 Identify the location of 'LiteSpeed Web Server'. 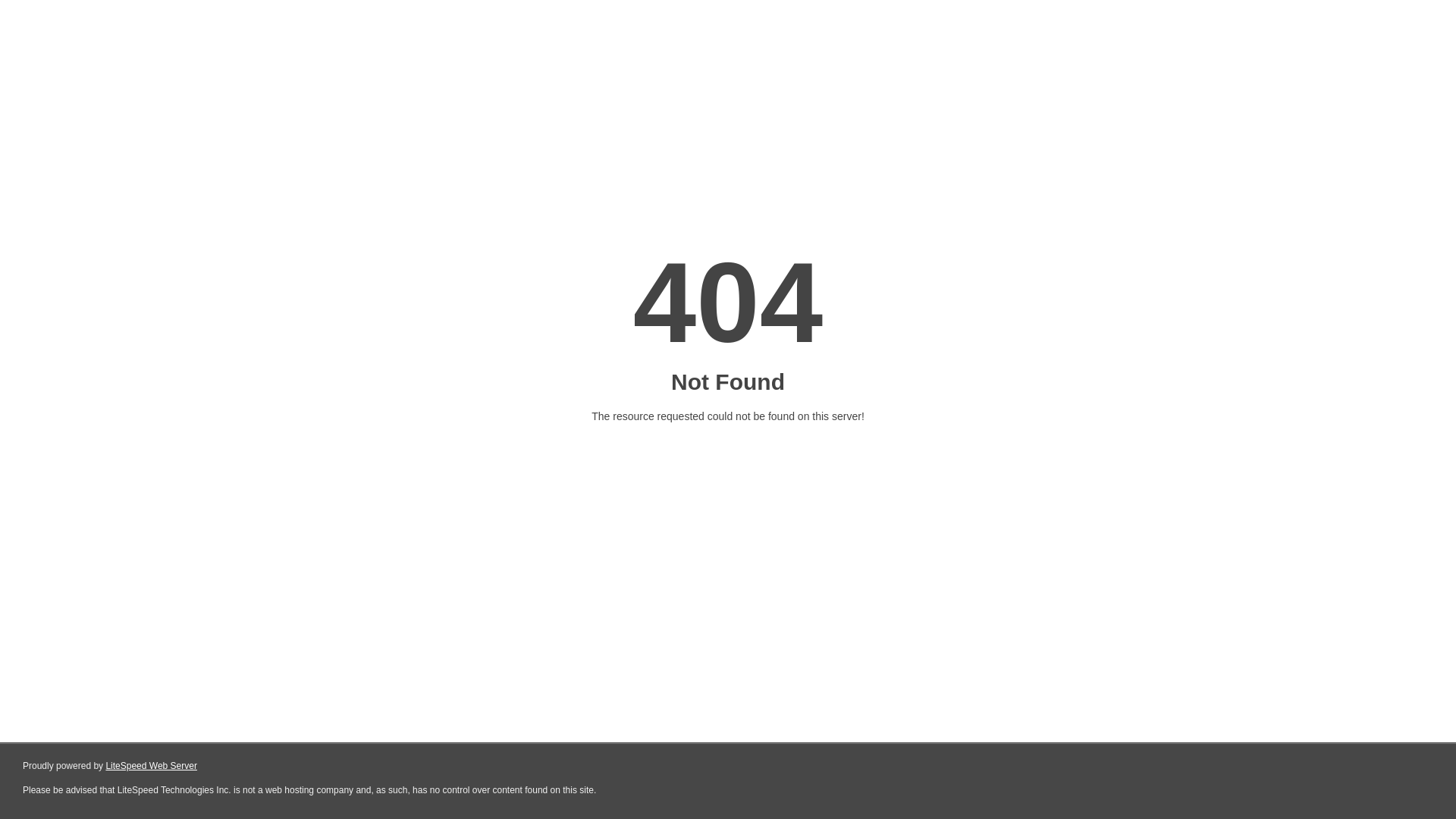
(151, 766).